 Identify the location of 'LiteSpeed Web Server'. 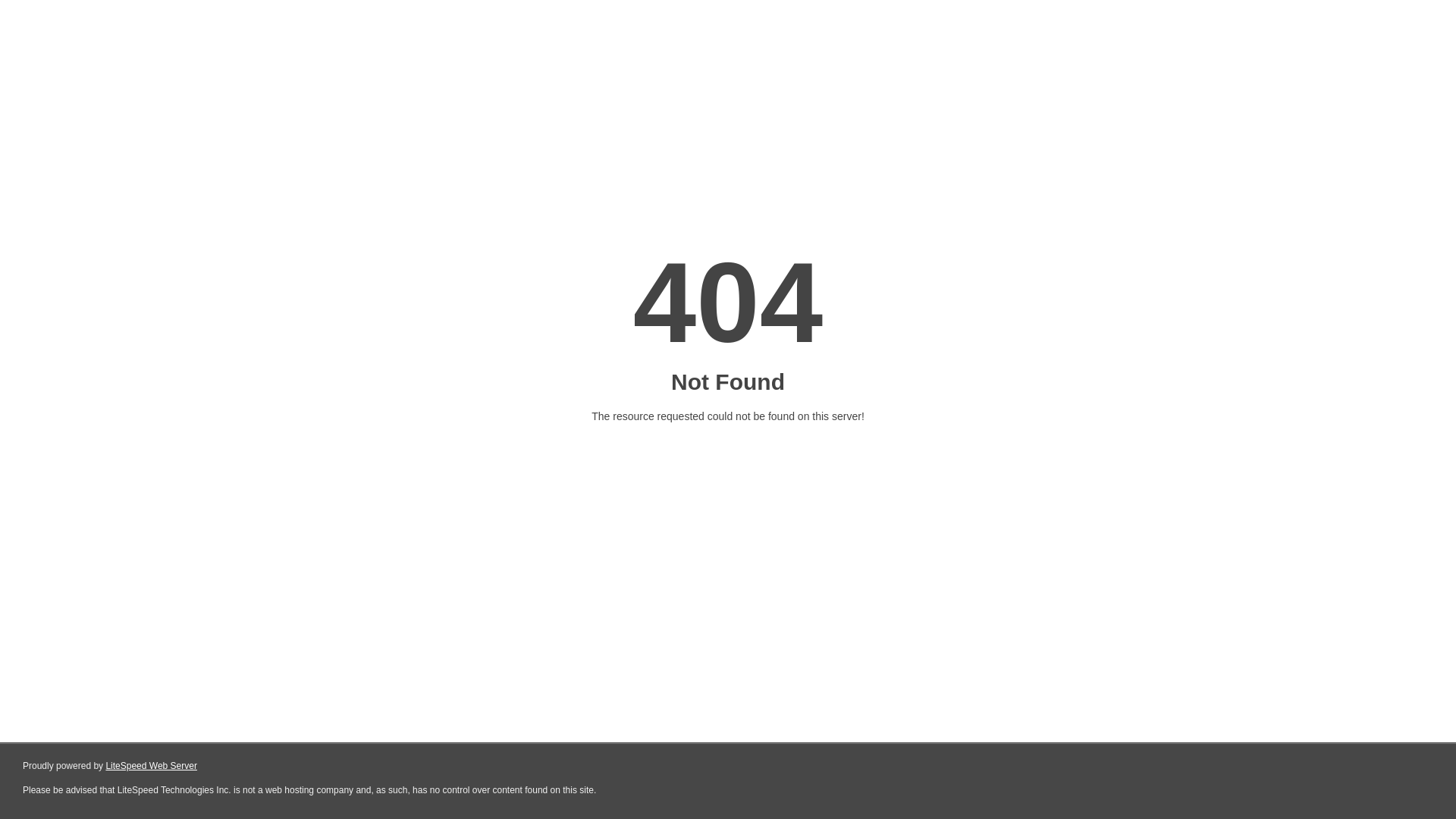
(151, 766).